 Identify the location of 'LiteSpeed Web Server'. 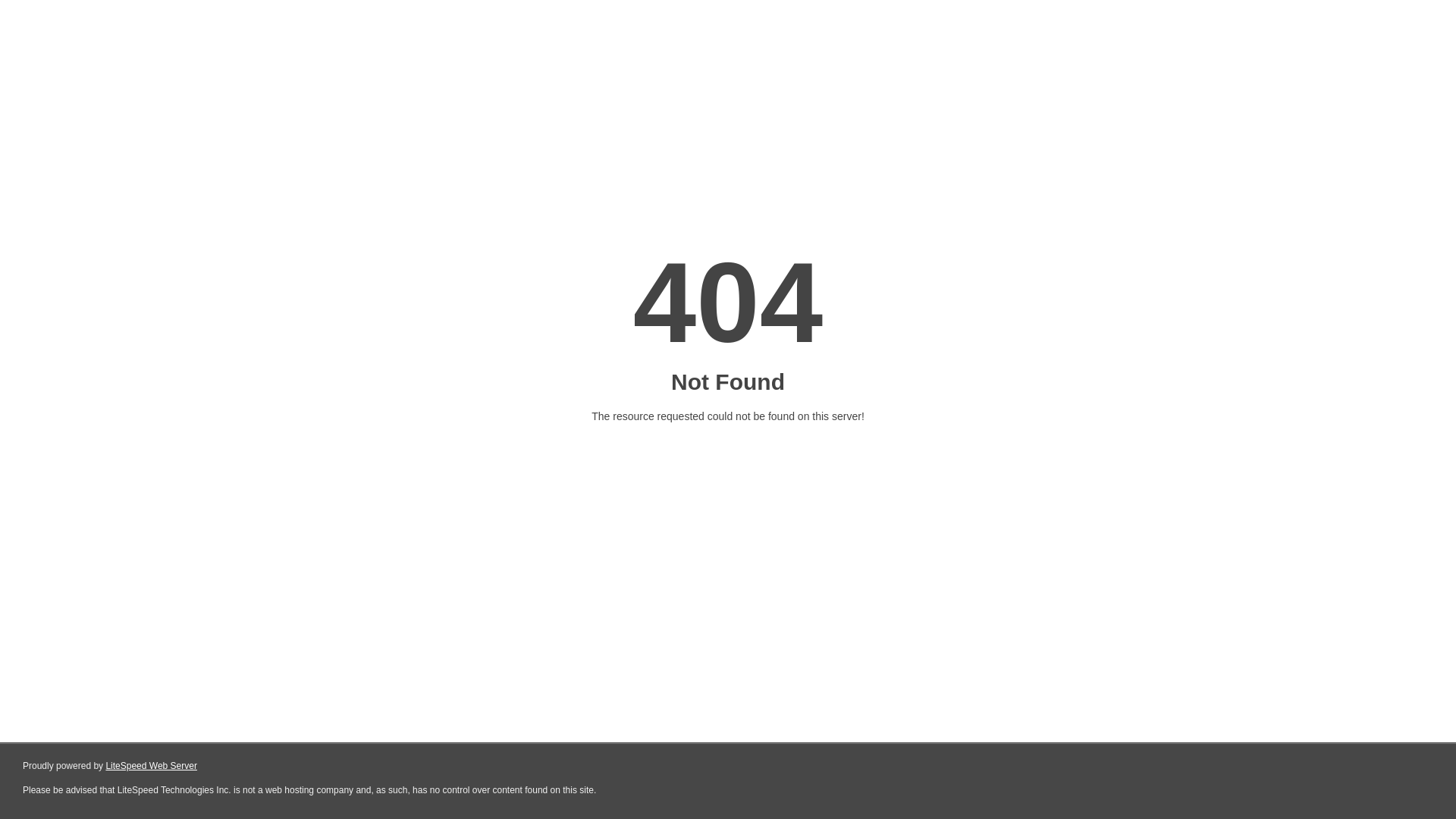
(151, 766).